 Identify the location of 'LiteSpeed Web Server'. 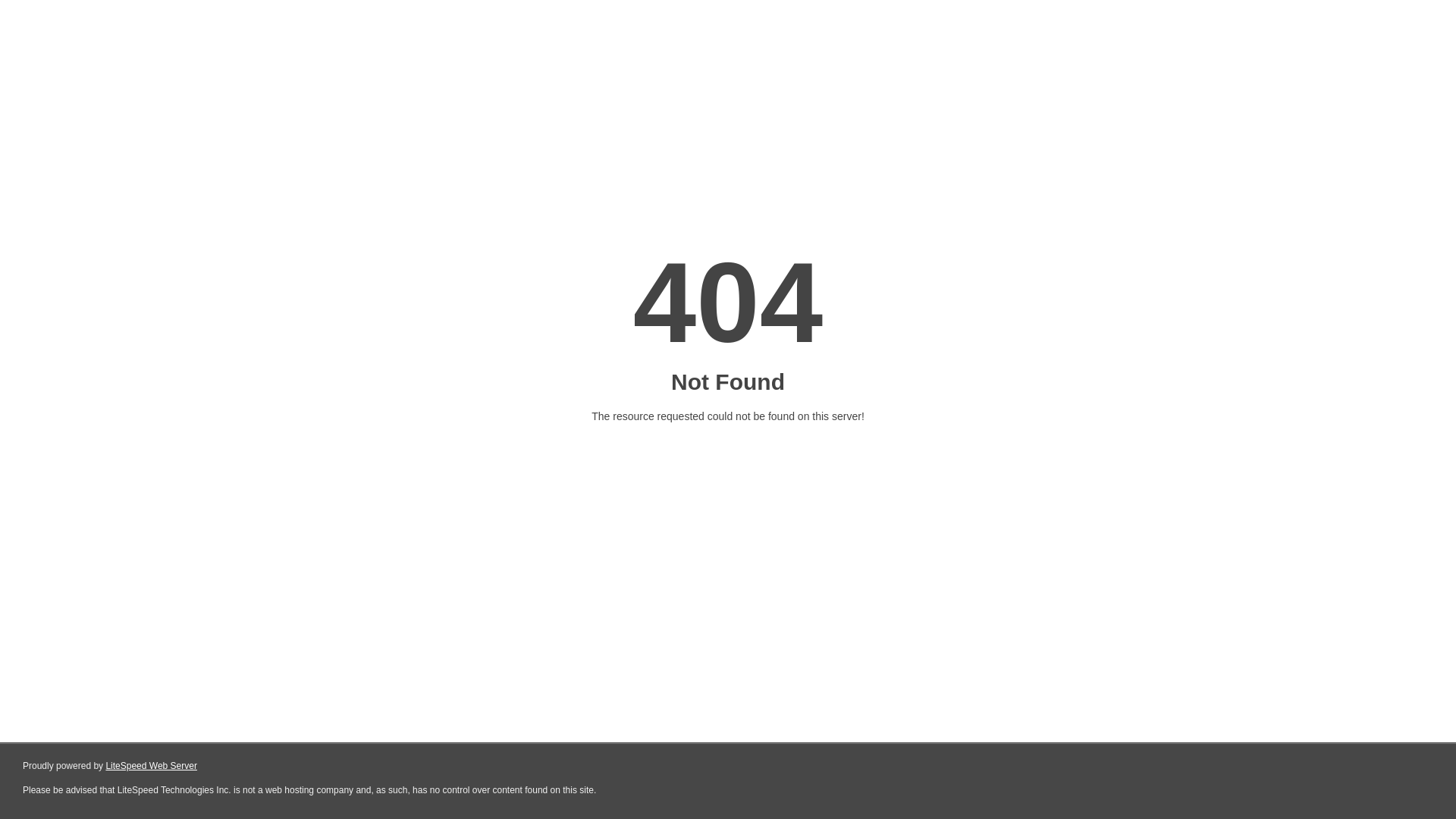
(151, 766).